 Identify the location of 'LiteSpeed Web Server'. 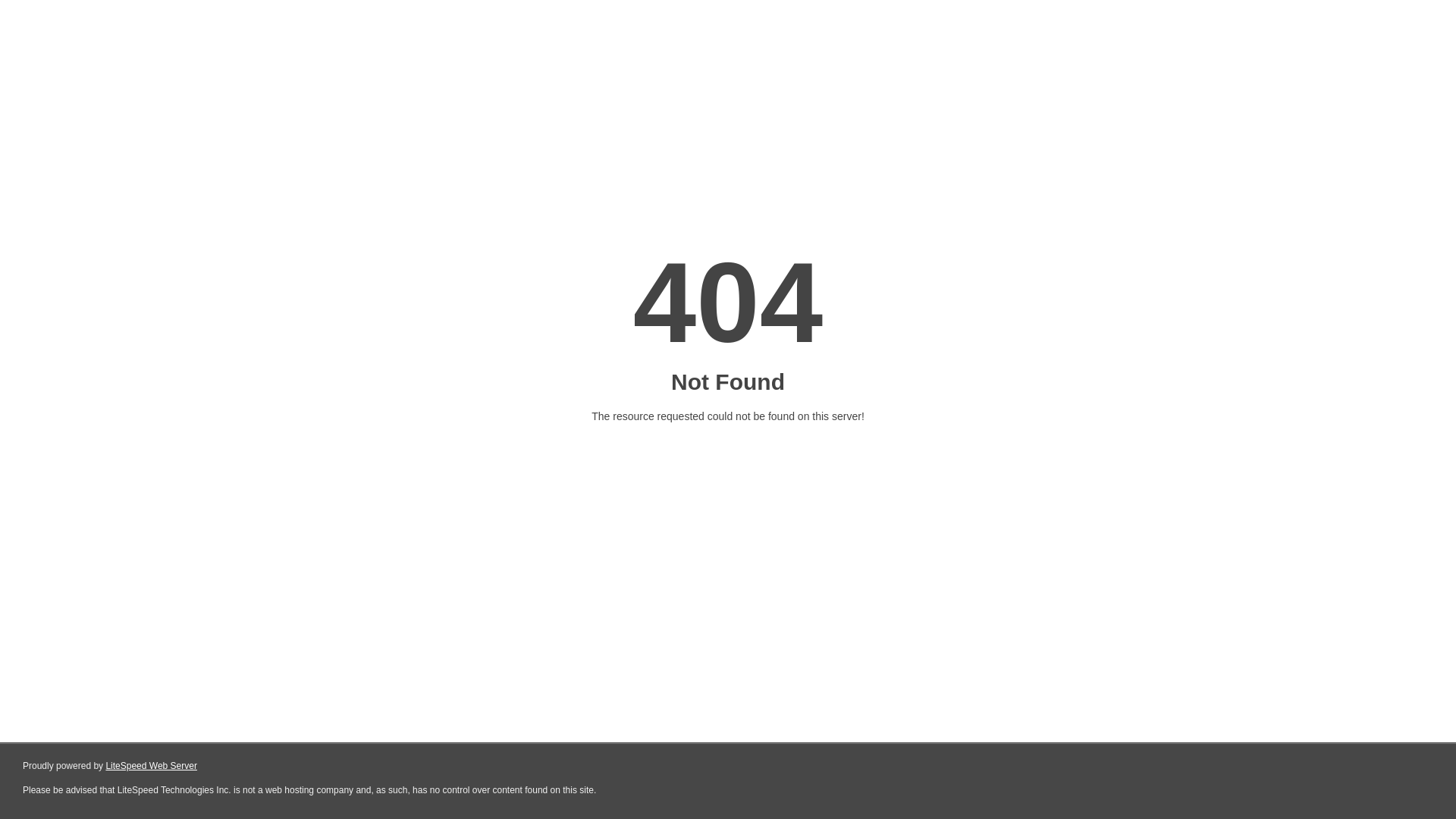
(151, 766).